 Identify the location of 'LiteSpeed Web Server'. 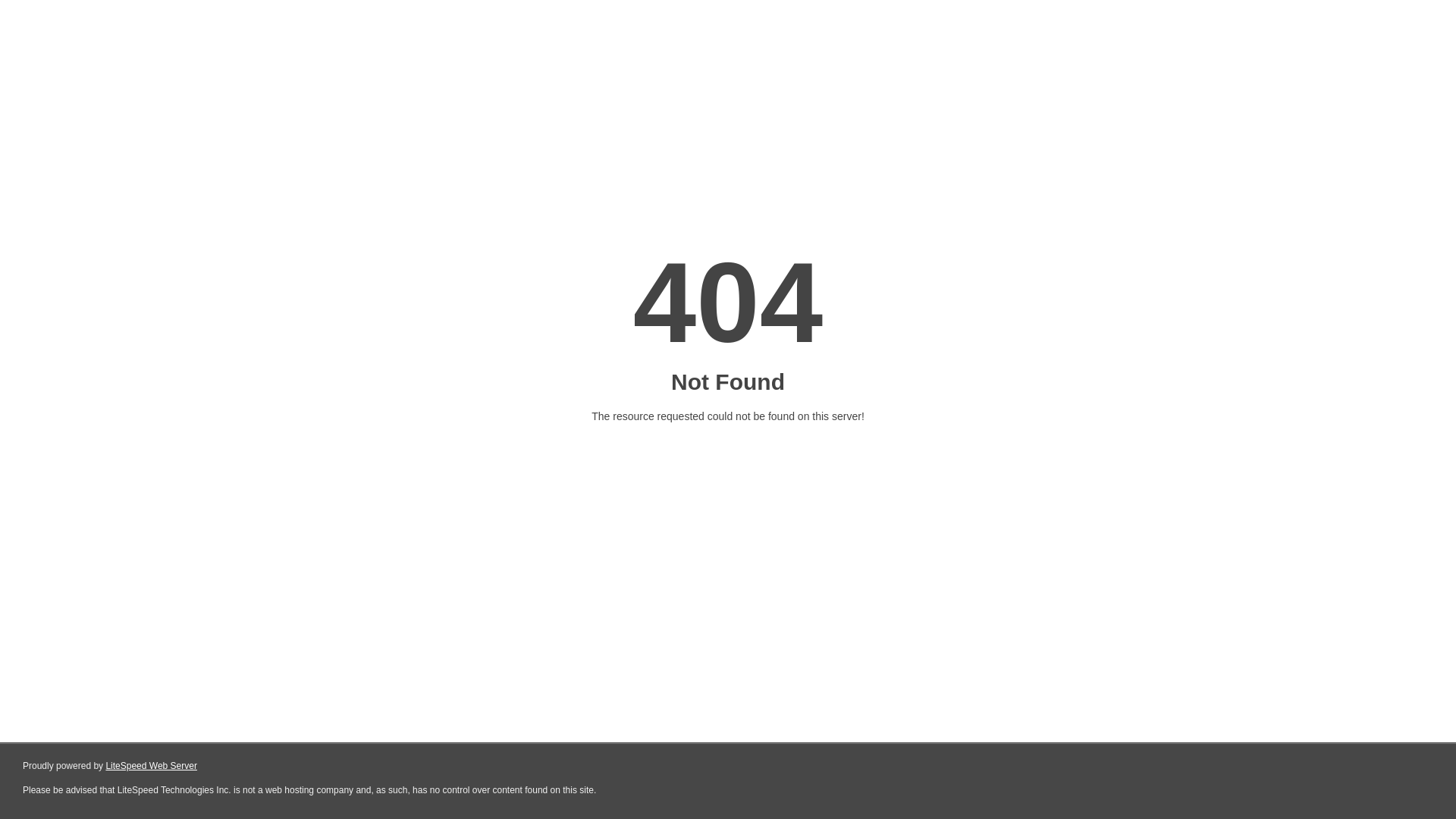
(151, 766).